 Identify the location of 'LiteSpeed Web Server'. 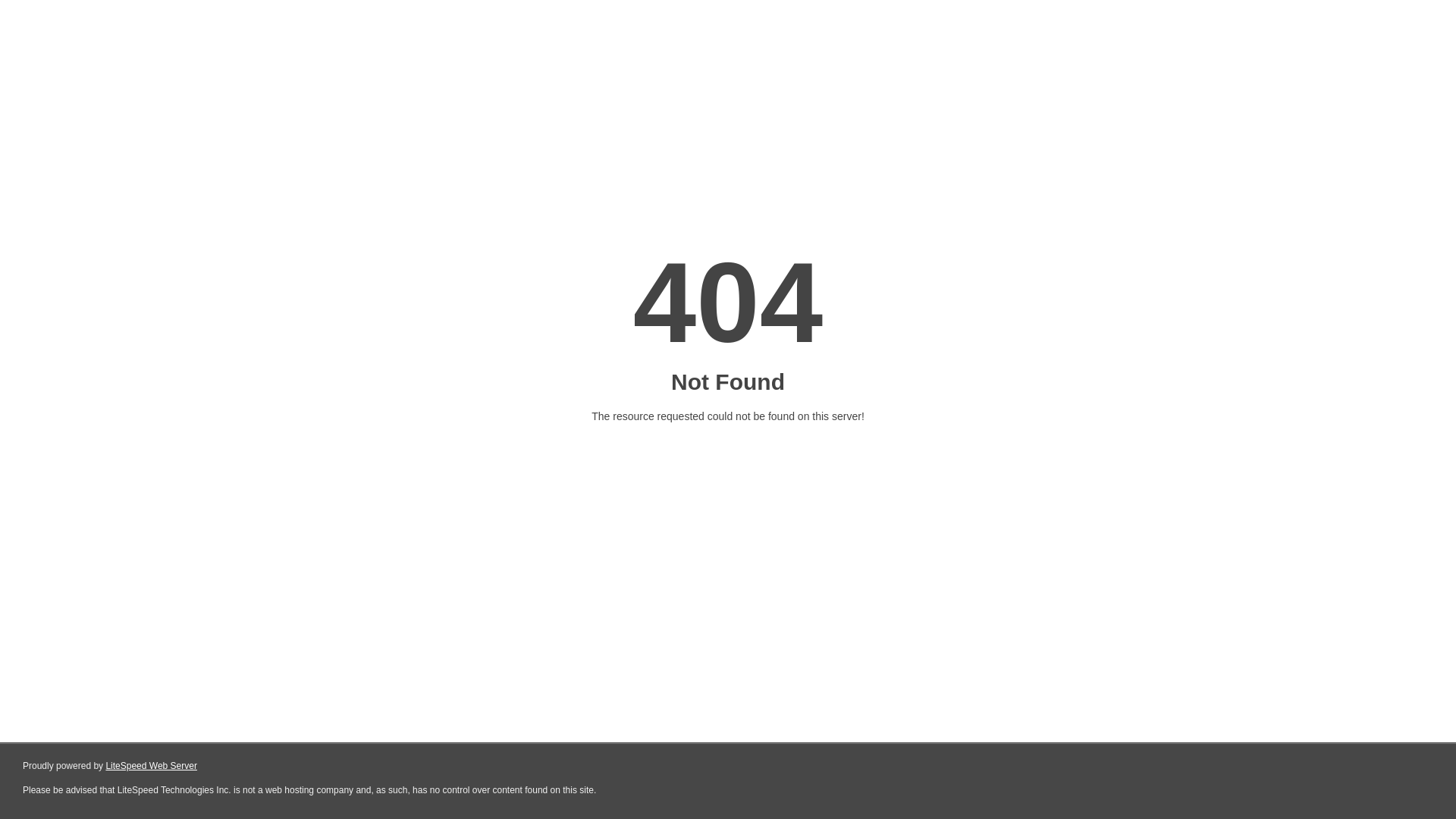
(151, 766).